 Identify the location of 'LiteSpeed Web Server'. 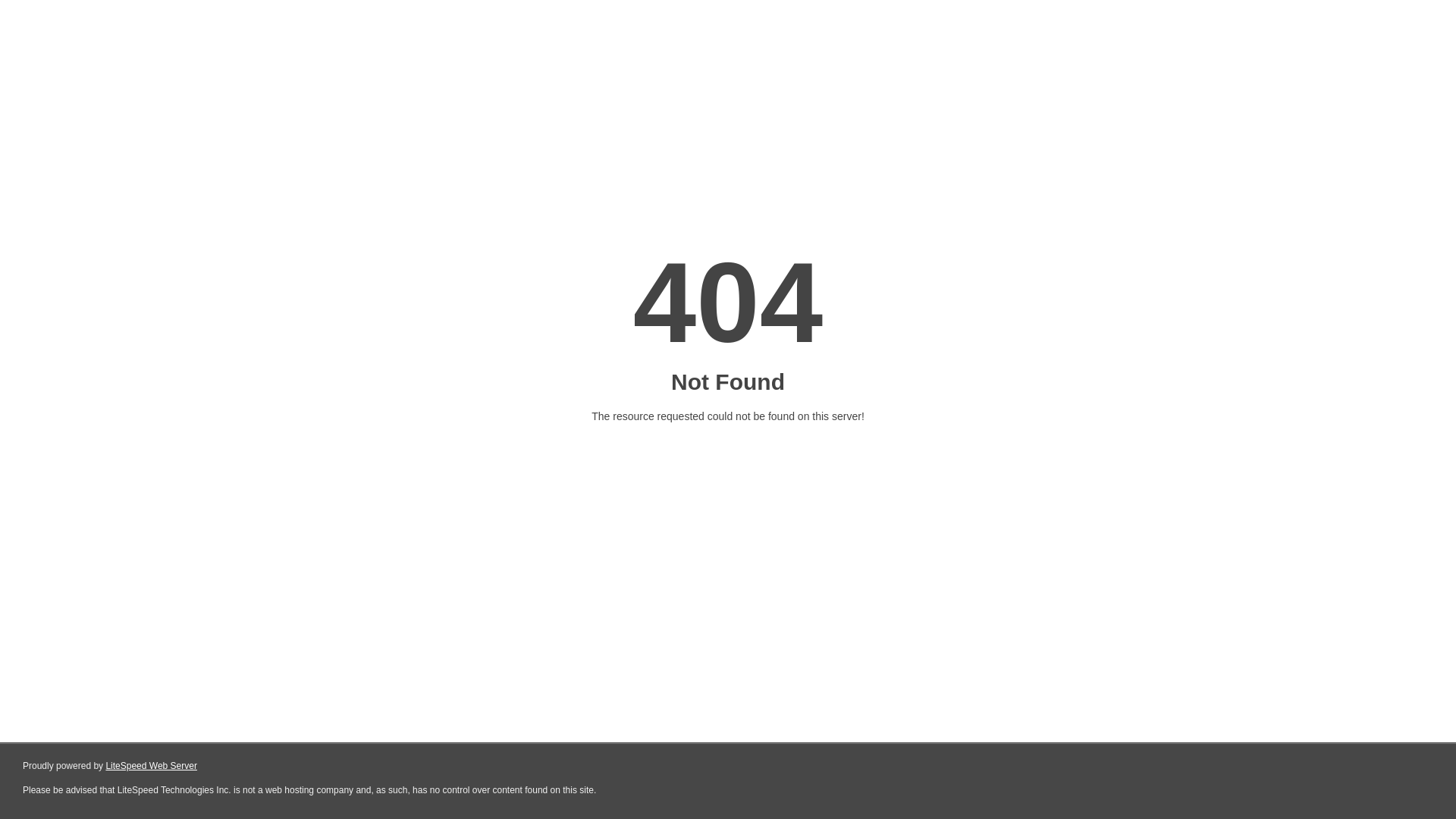
(151, 766).